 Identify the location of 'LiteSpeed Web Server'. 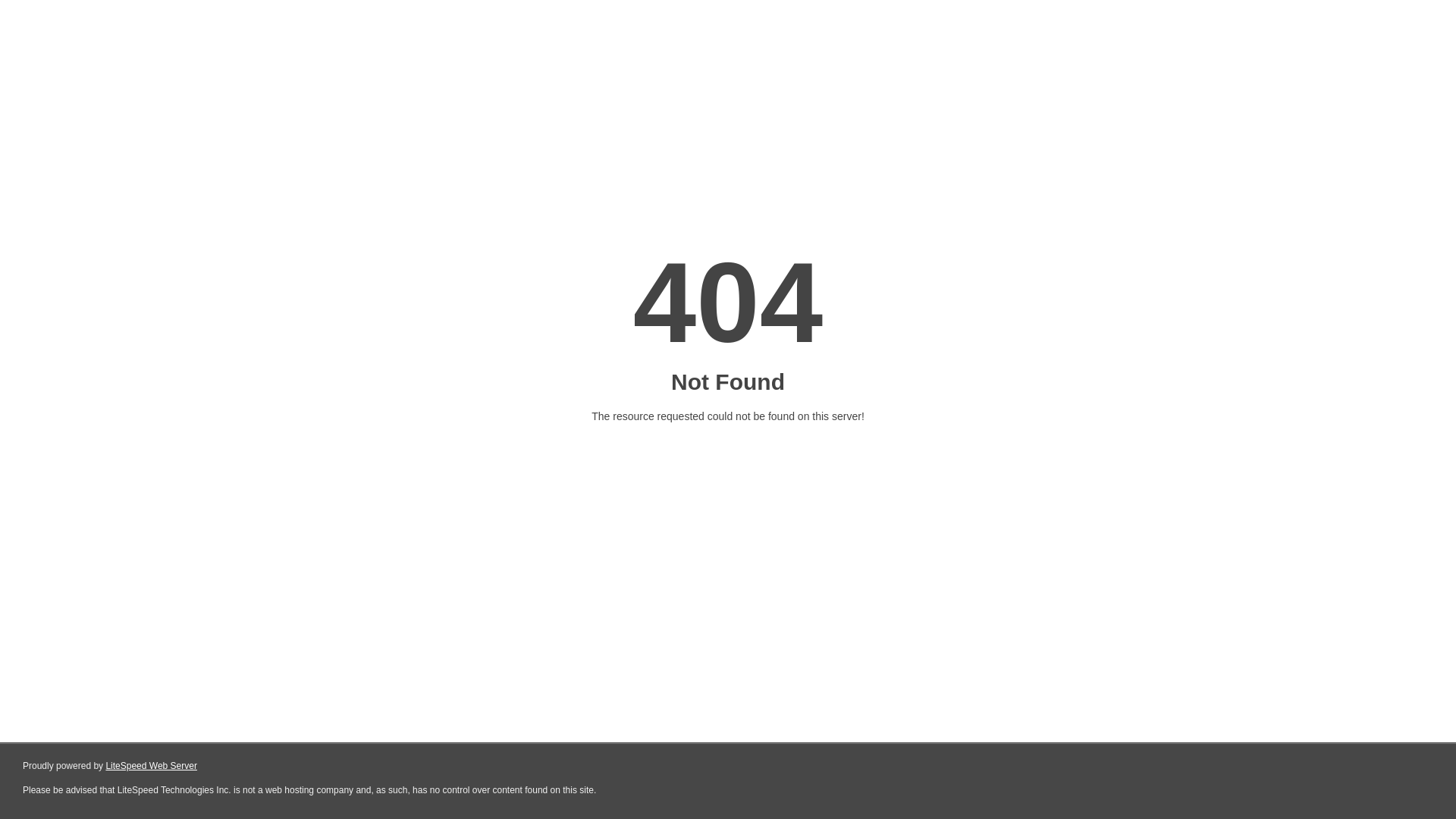
(151, 766).